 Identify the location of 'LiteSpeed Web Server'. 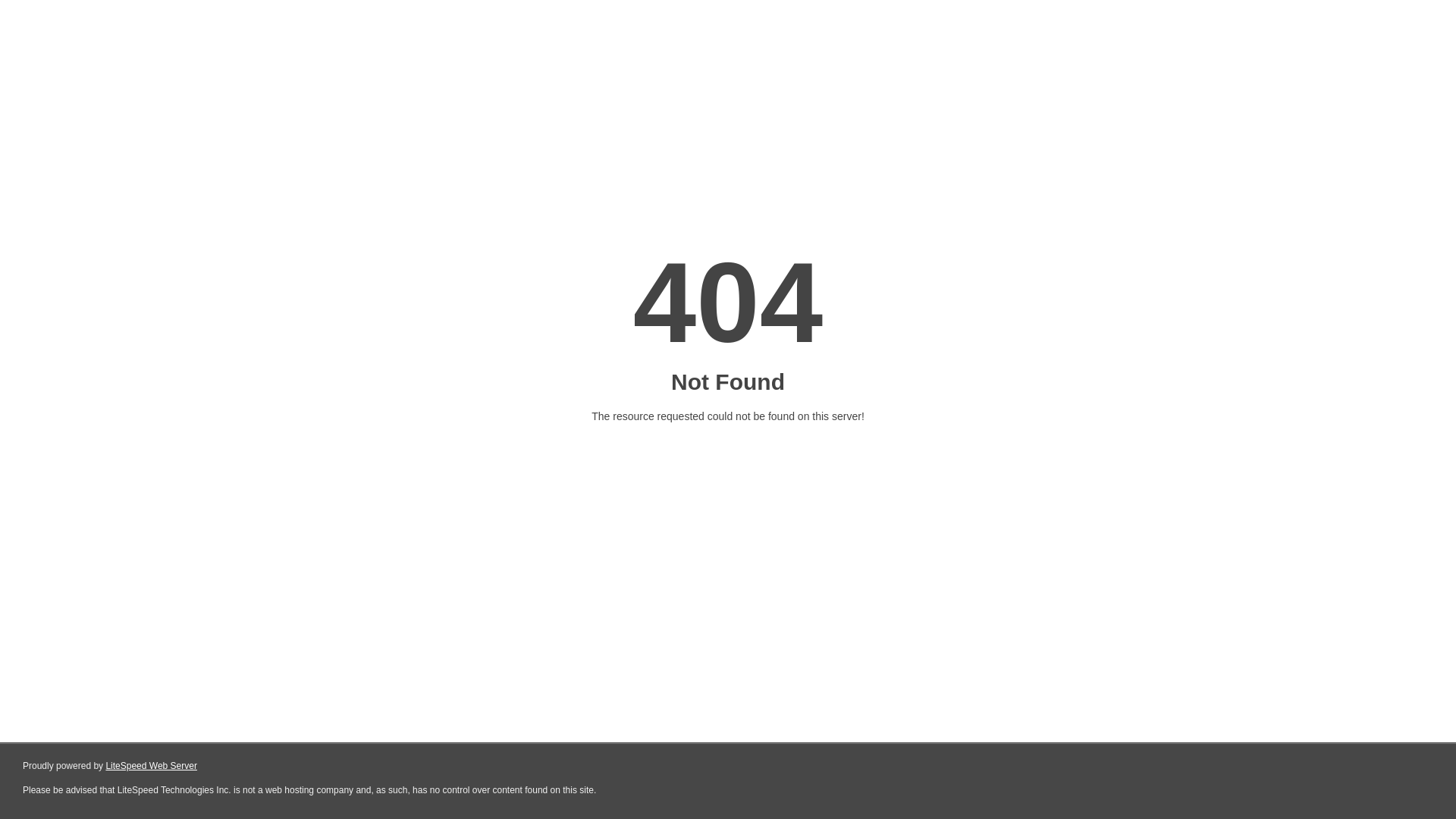
(151, 766).